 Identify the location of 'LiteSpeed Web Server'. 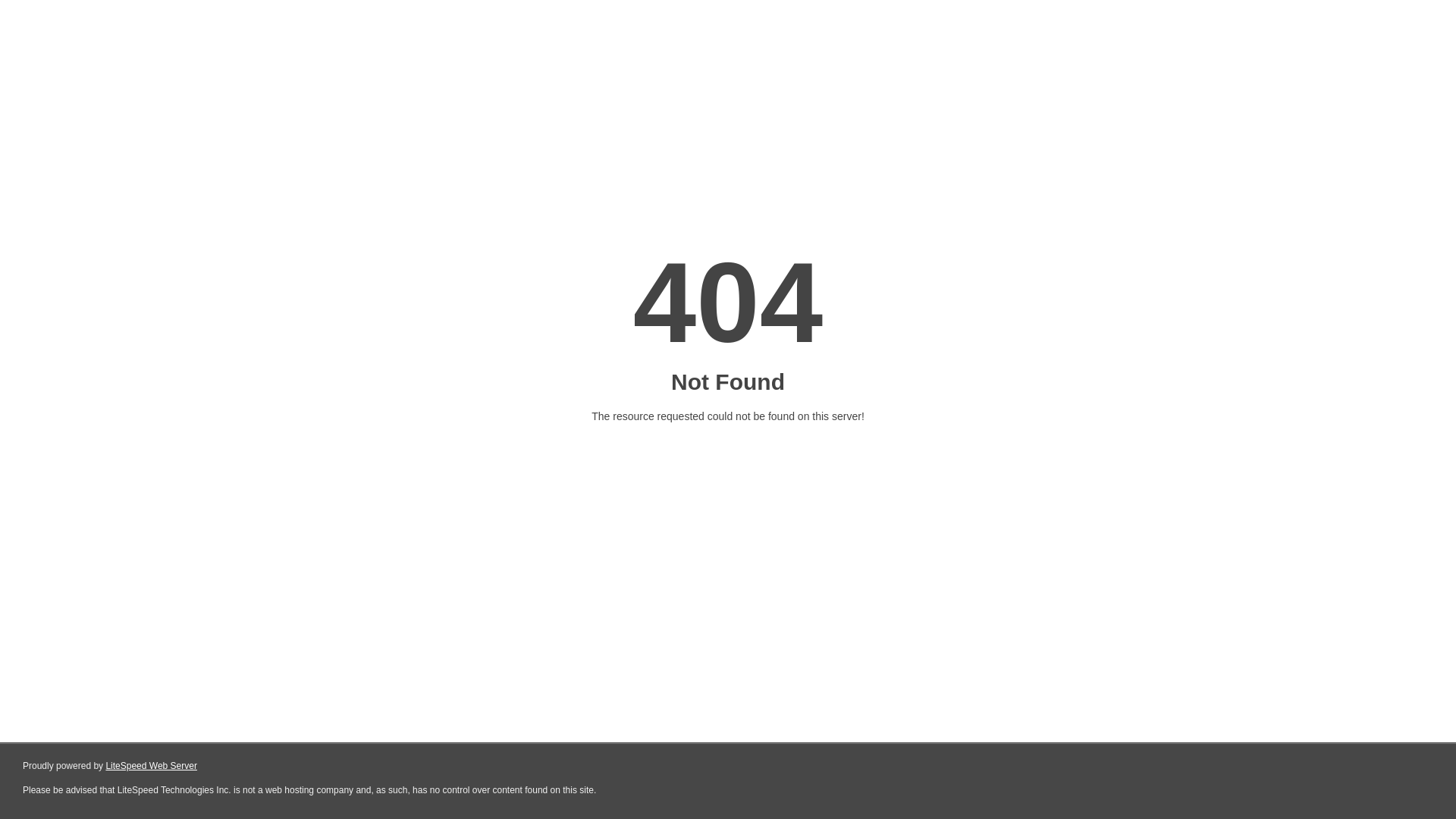
(151, 766).